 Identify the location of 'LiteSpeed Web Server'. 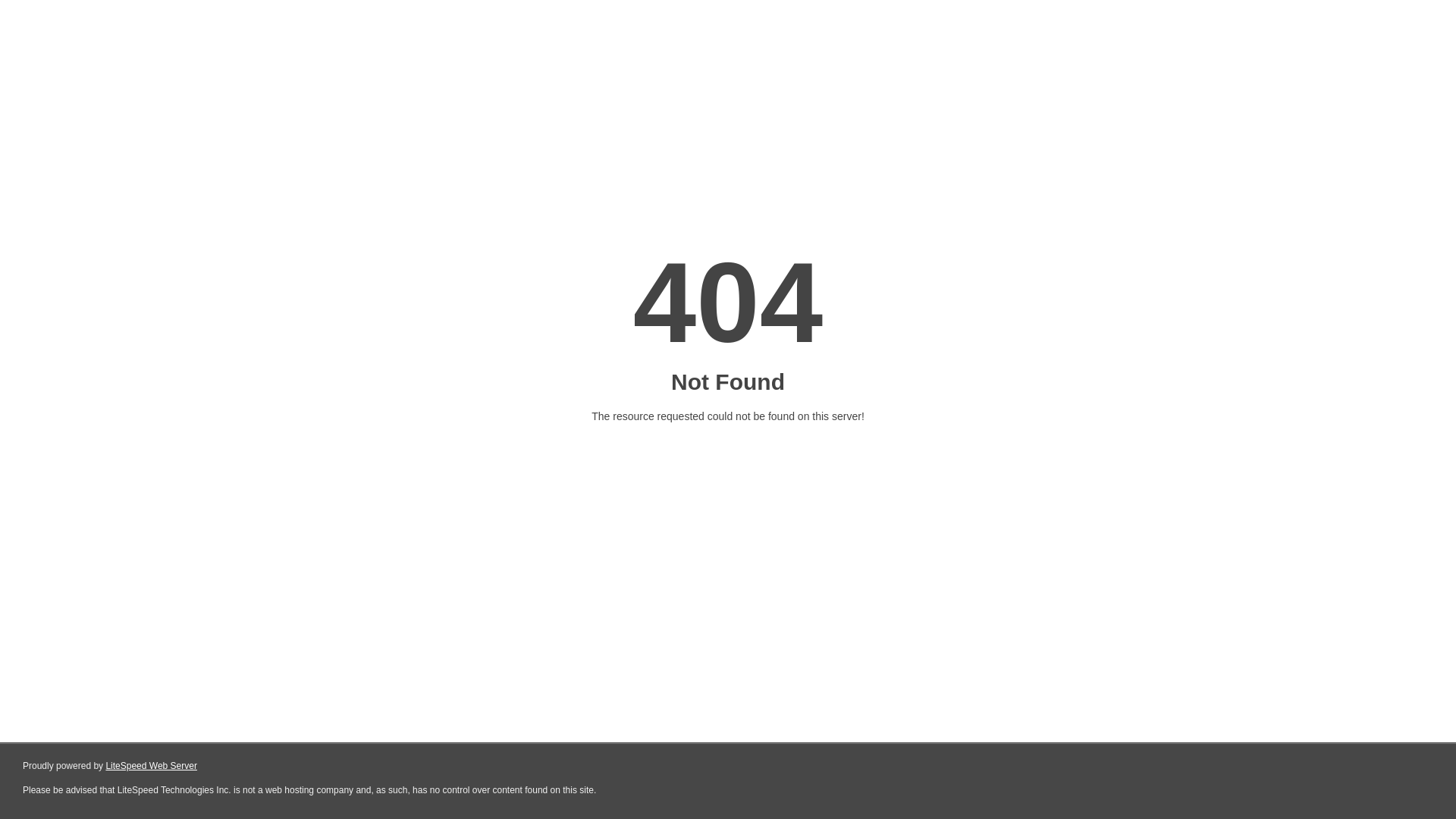
(151, 766).